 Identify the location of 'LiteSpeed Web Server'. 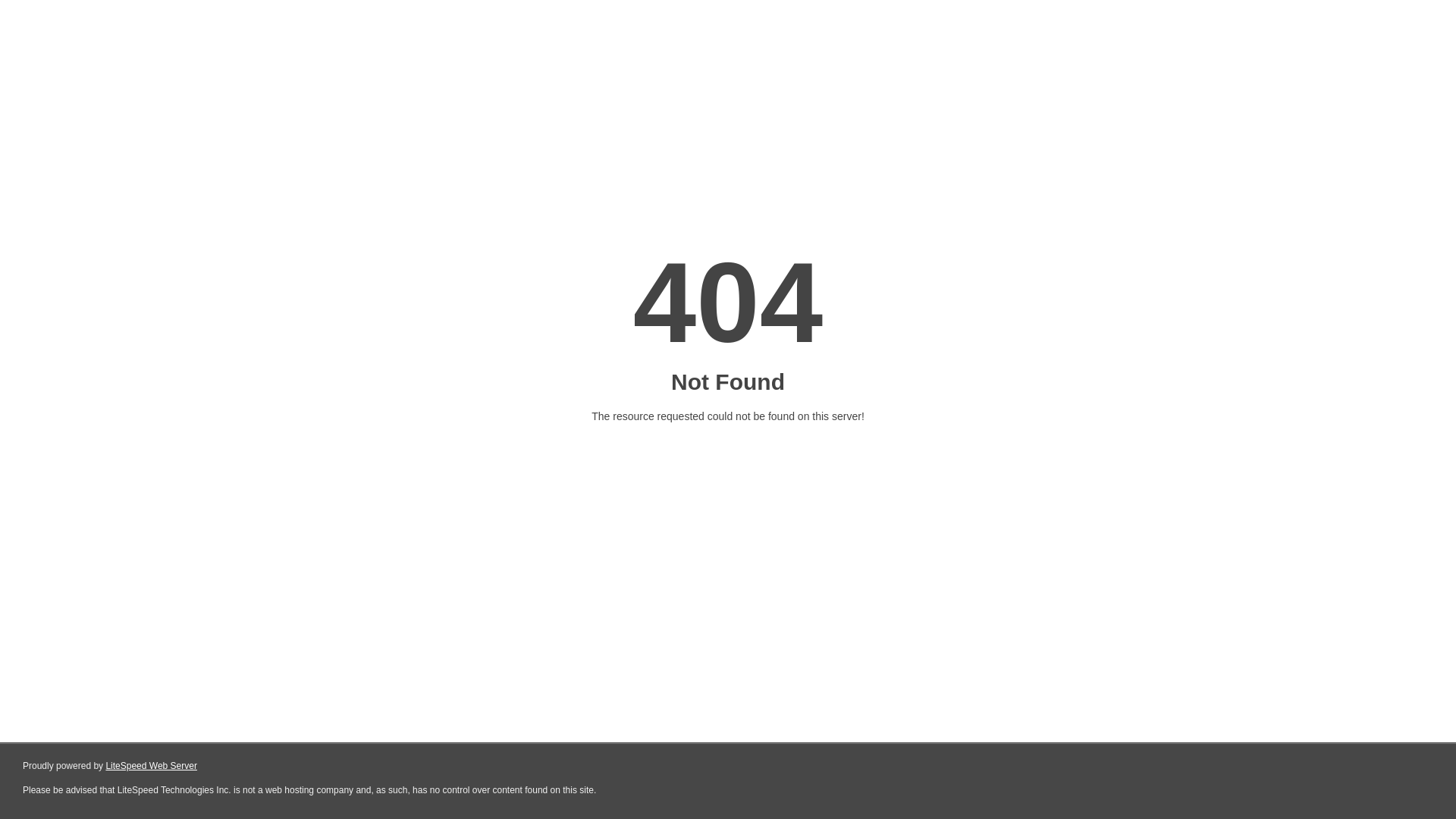
(151, 766).